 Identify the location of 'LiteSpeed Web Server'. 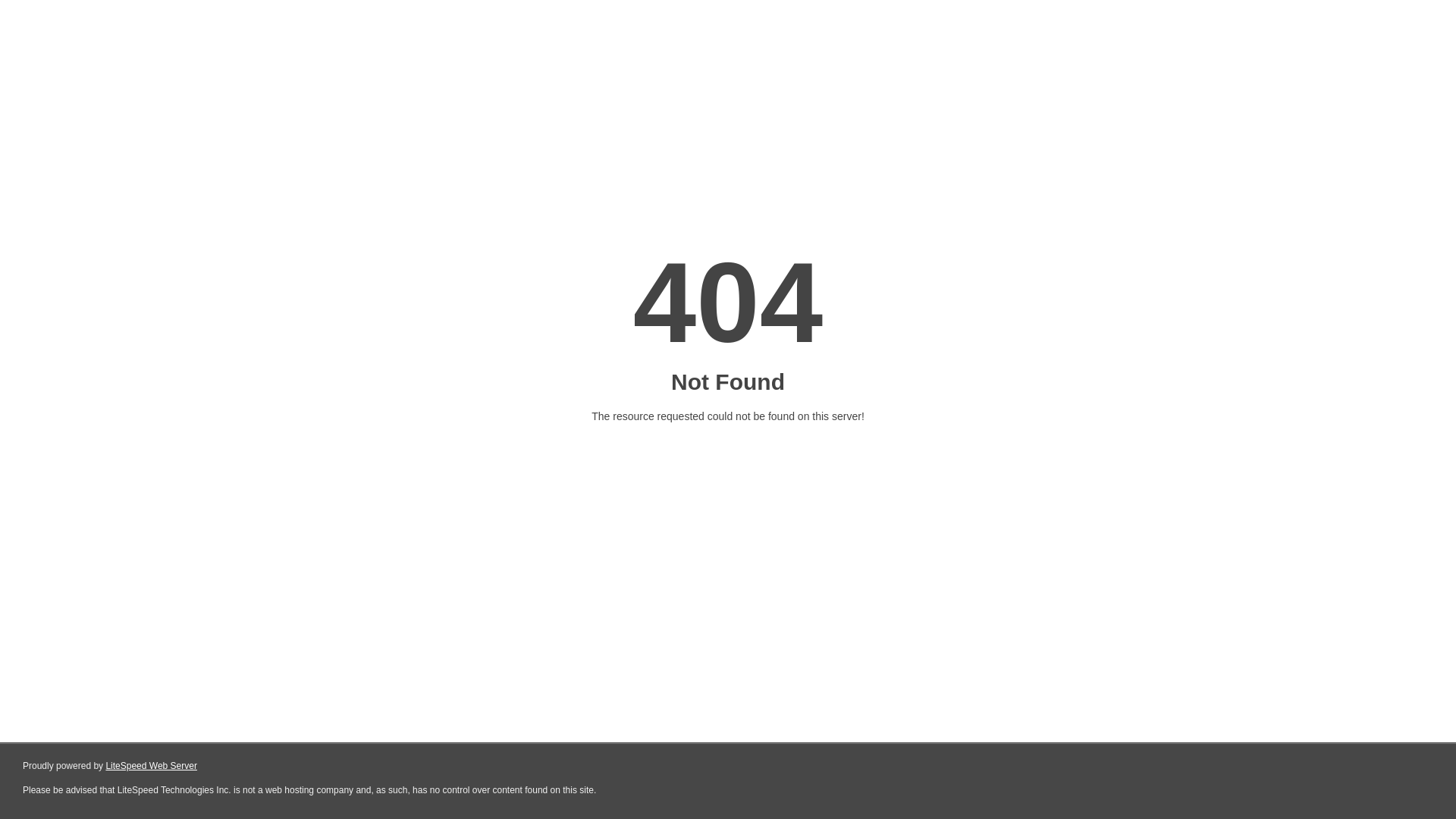
(151, 766).